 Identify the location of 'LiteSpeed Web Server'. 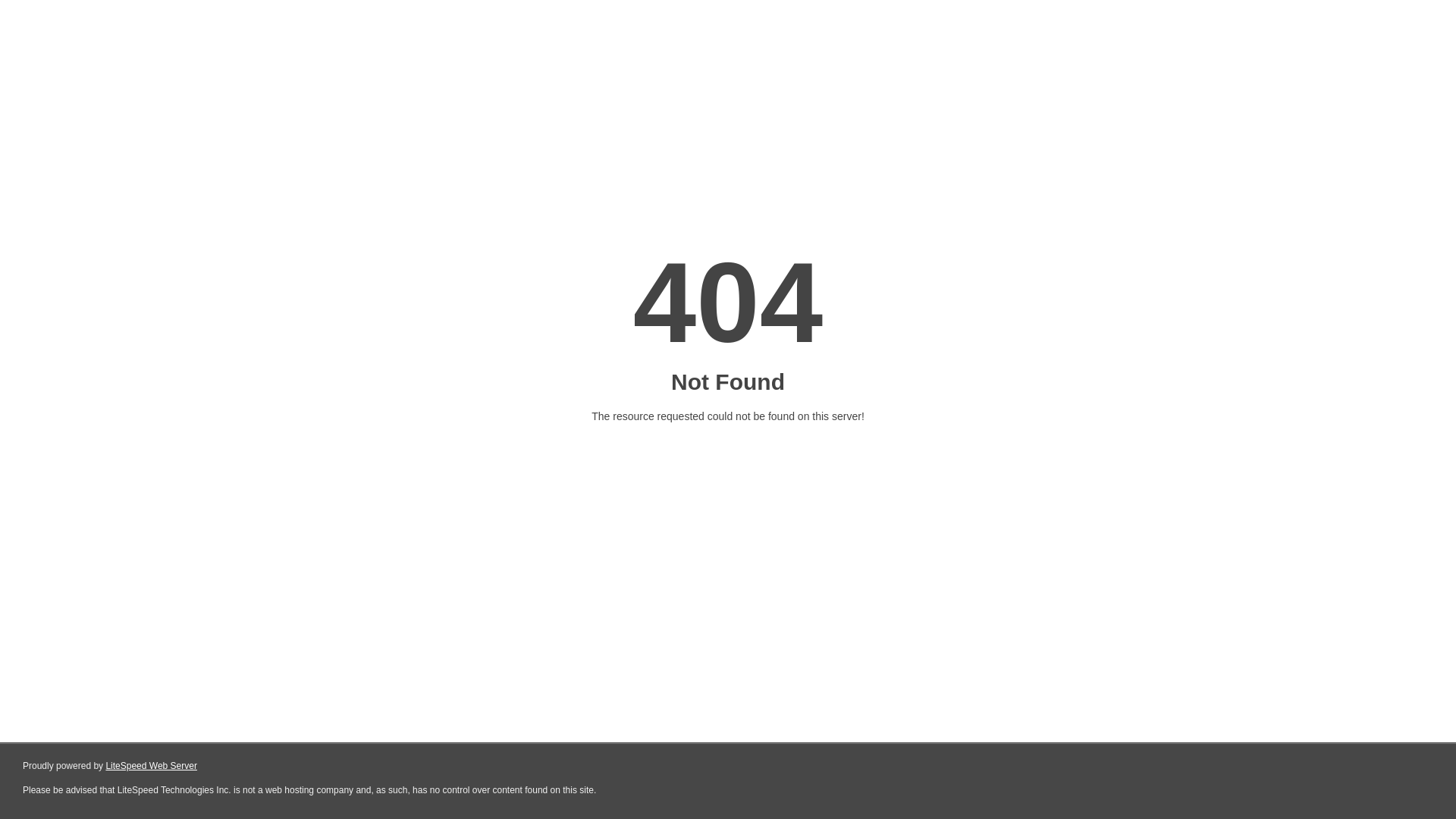
(151, 766).